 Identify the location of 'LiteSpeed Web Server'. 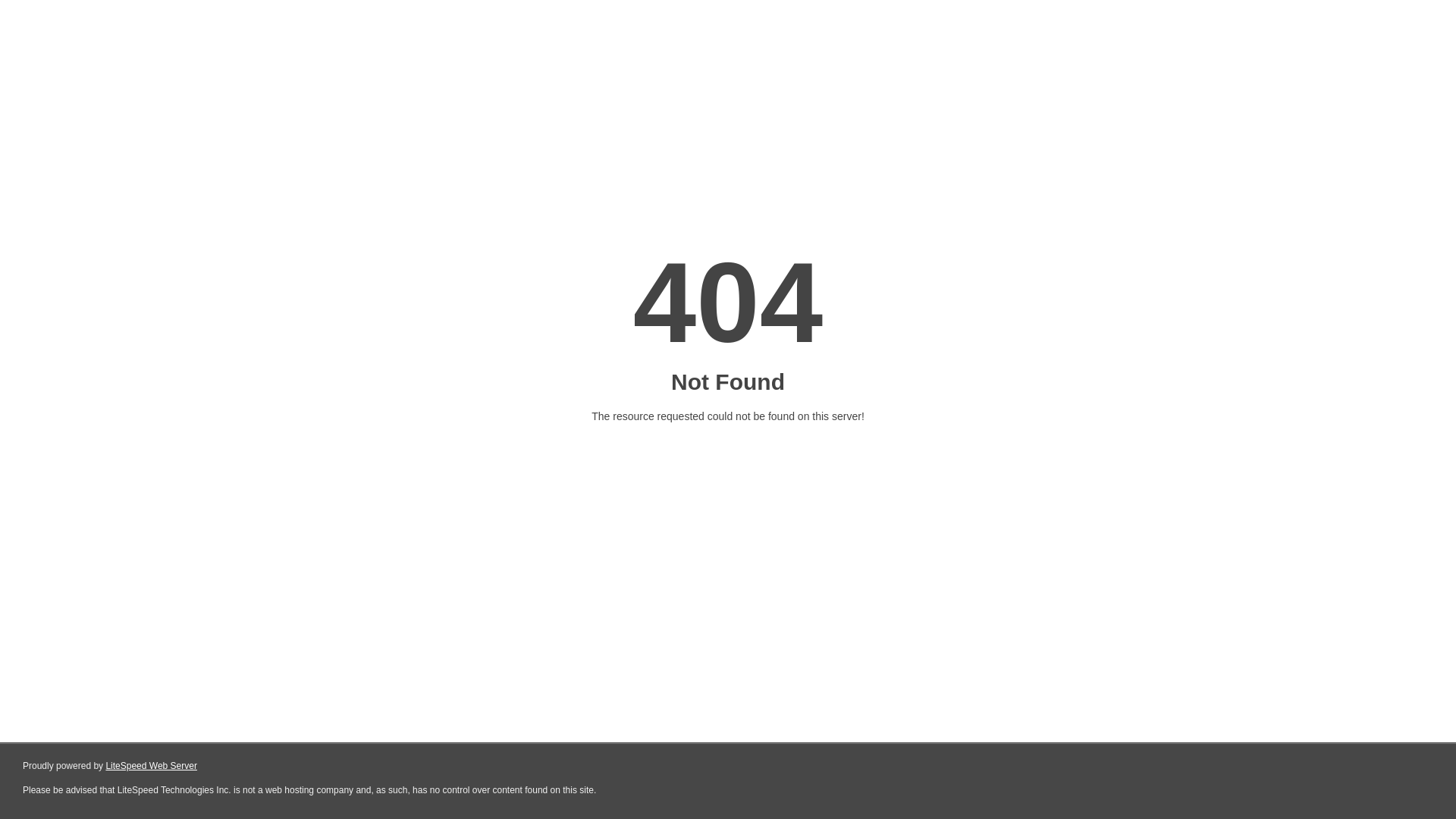
(151, 766).